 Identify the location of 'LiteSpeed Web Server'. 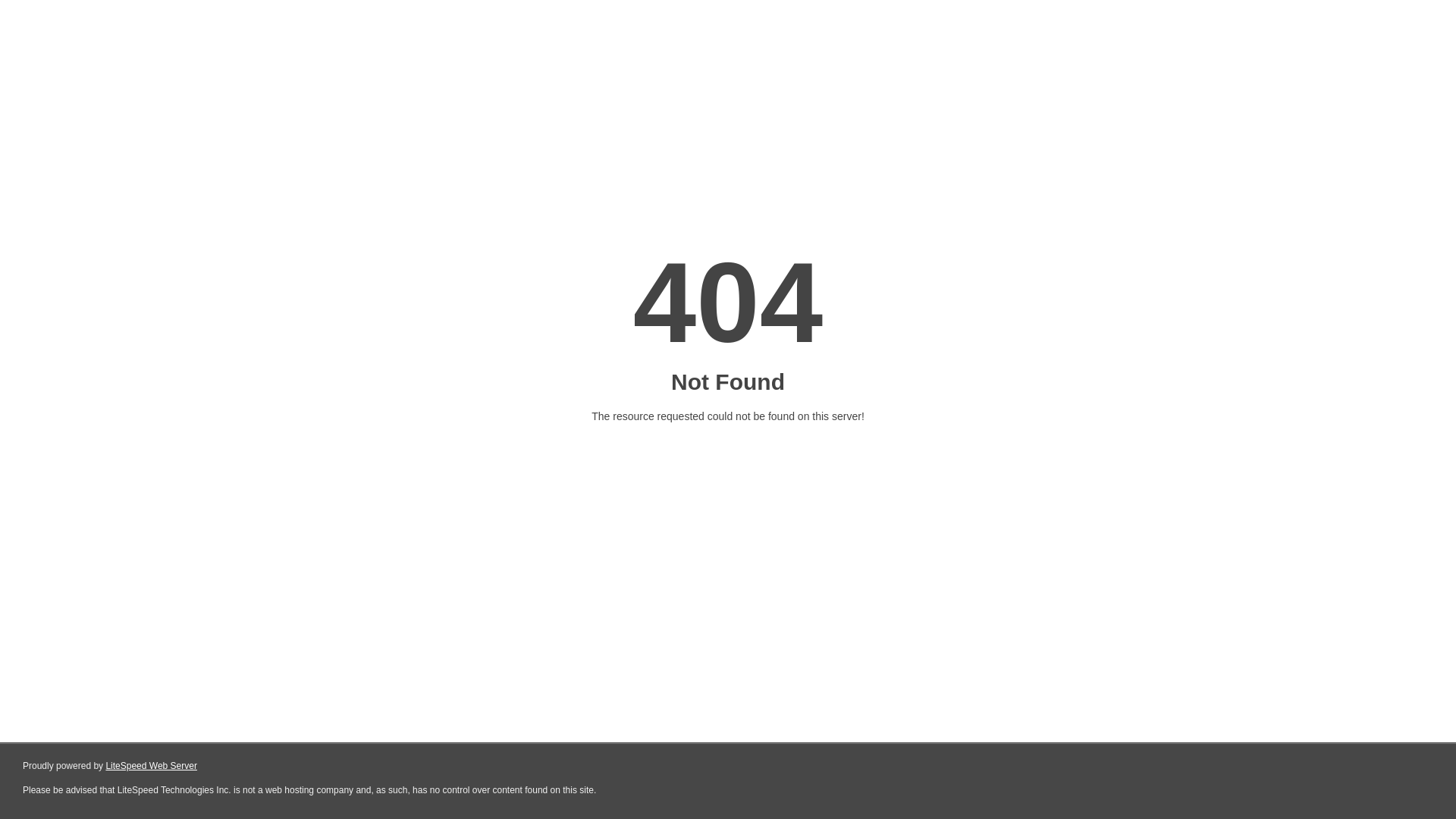
(151, 766).